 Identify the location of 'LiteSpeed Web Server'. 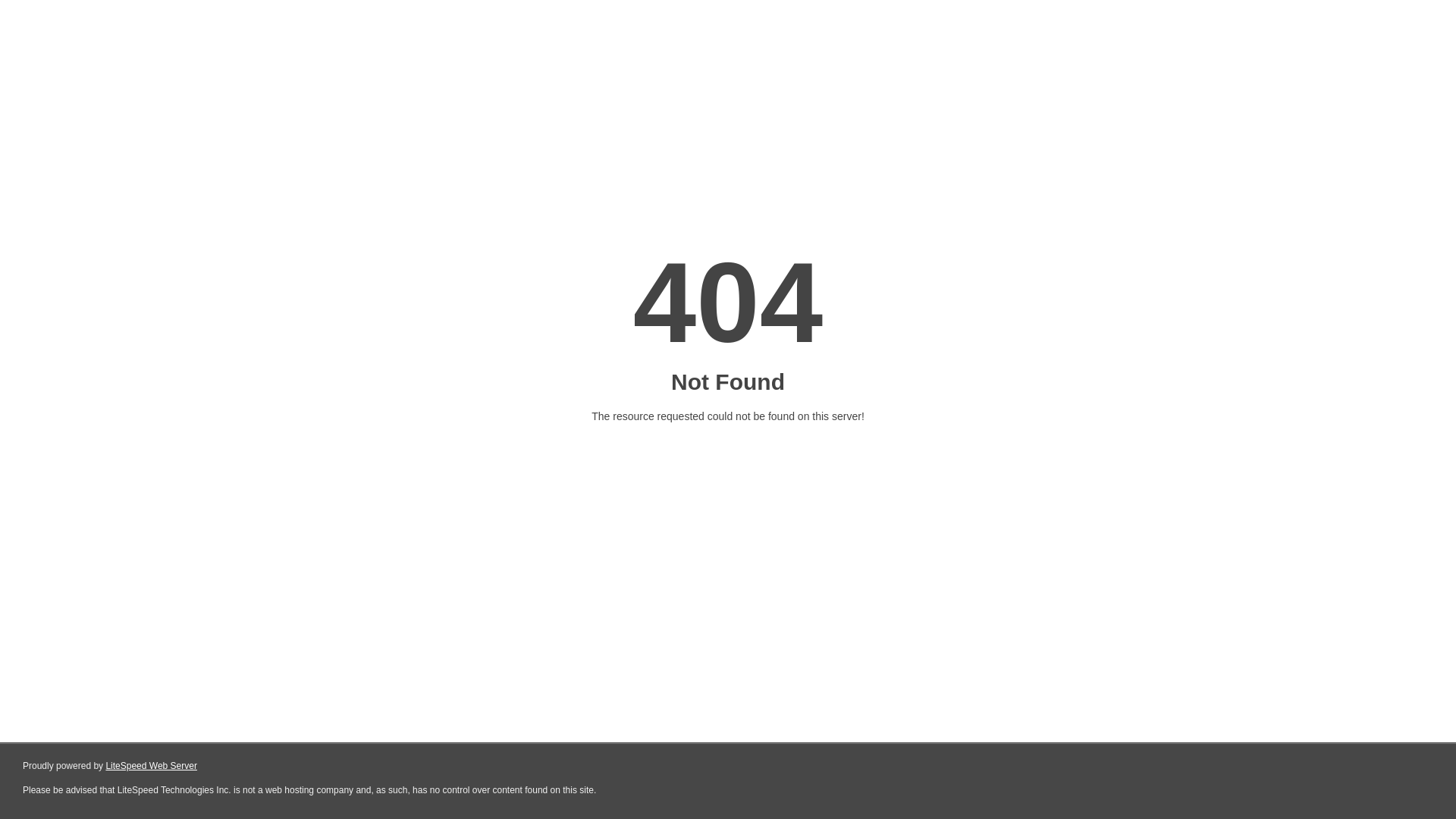
(151, 766).